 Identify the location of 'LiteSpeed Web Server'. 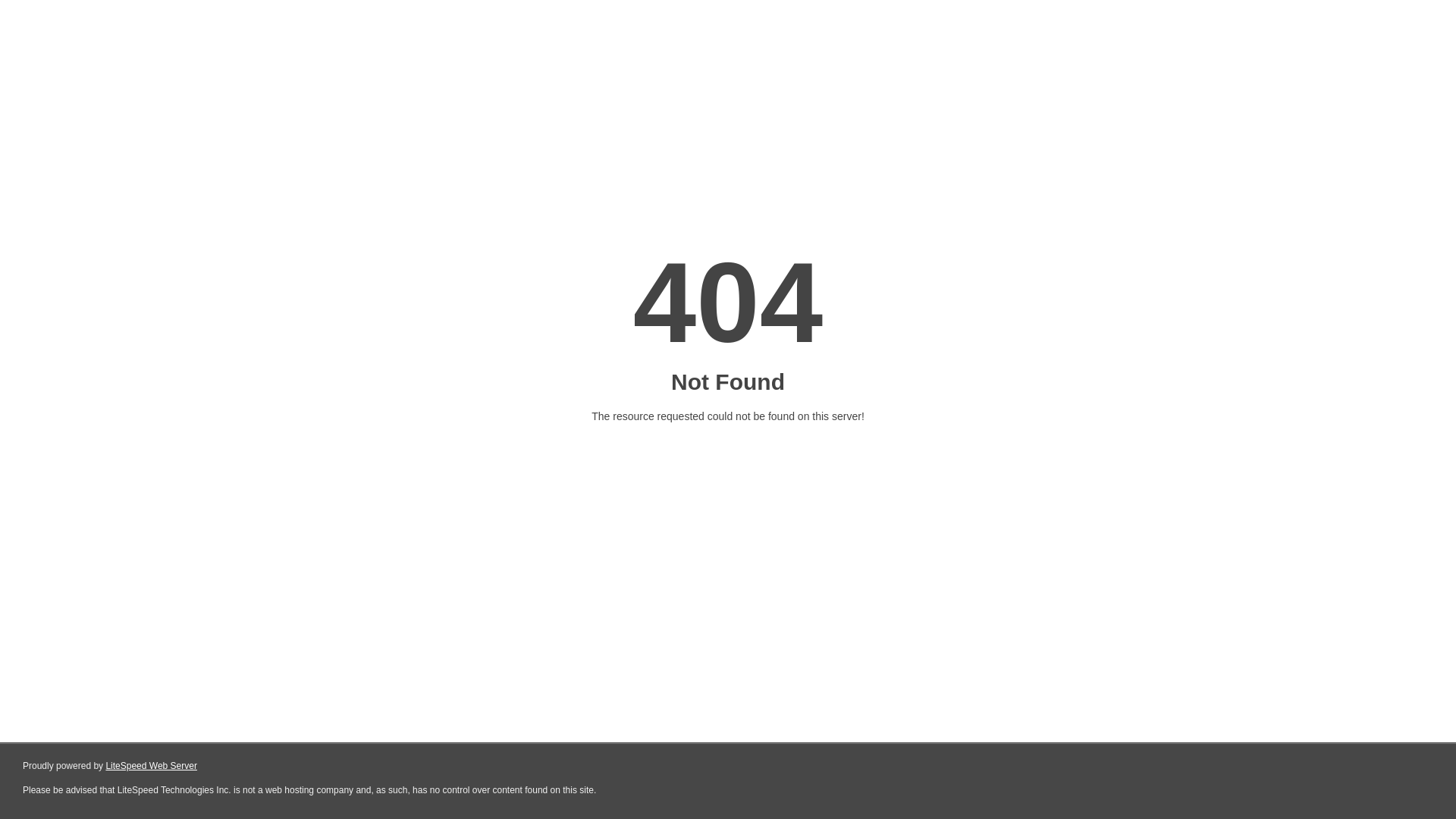
(151, 766).